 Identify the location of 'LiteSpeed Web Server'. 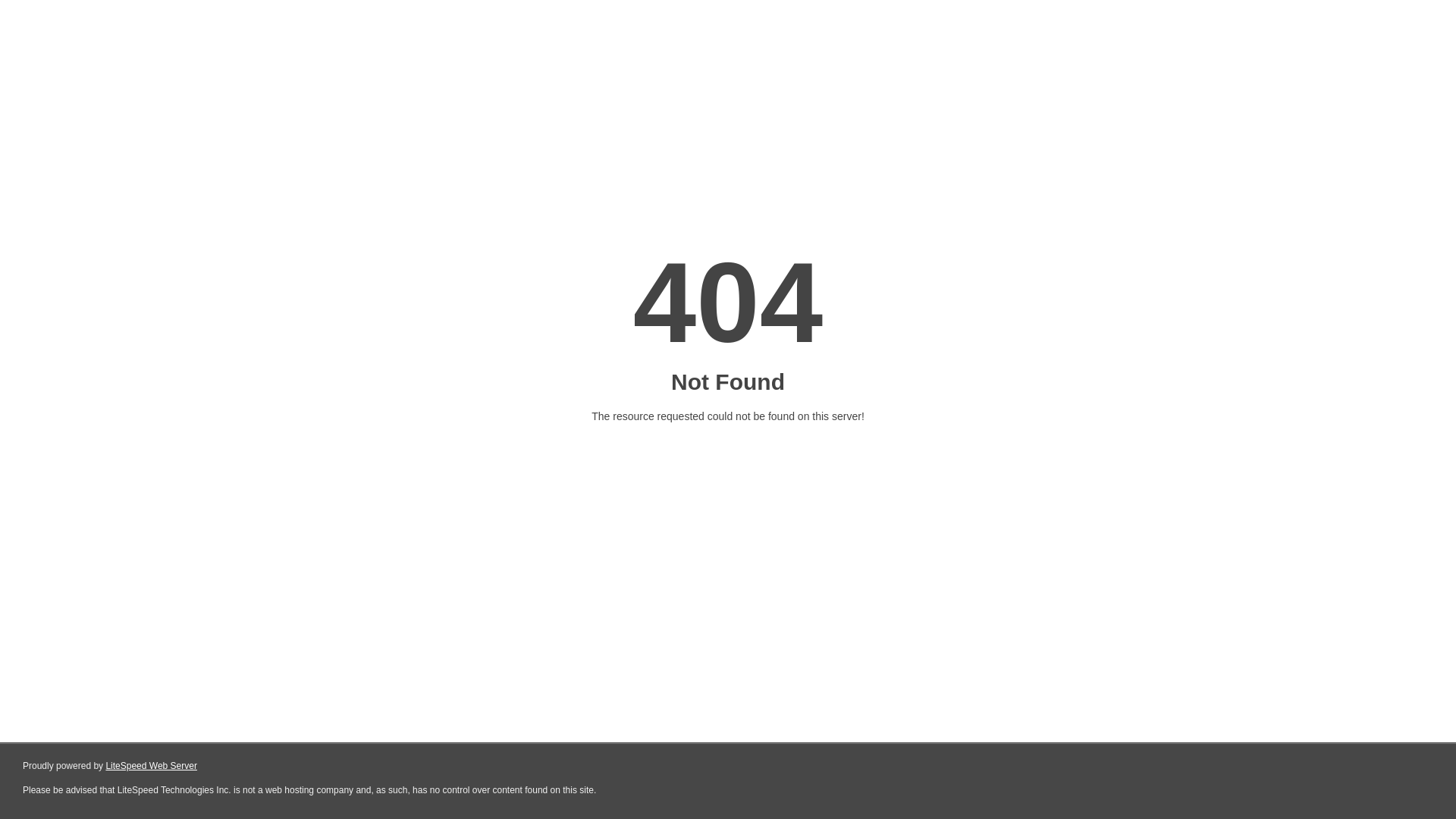
(151, 766).